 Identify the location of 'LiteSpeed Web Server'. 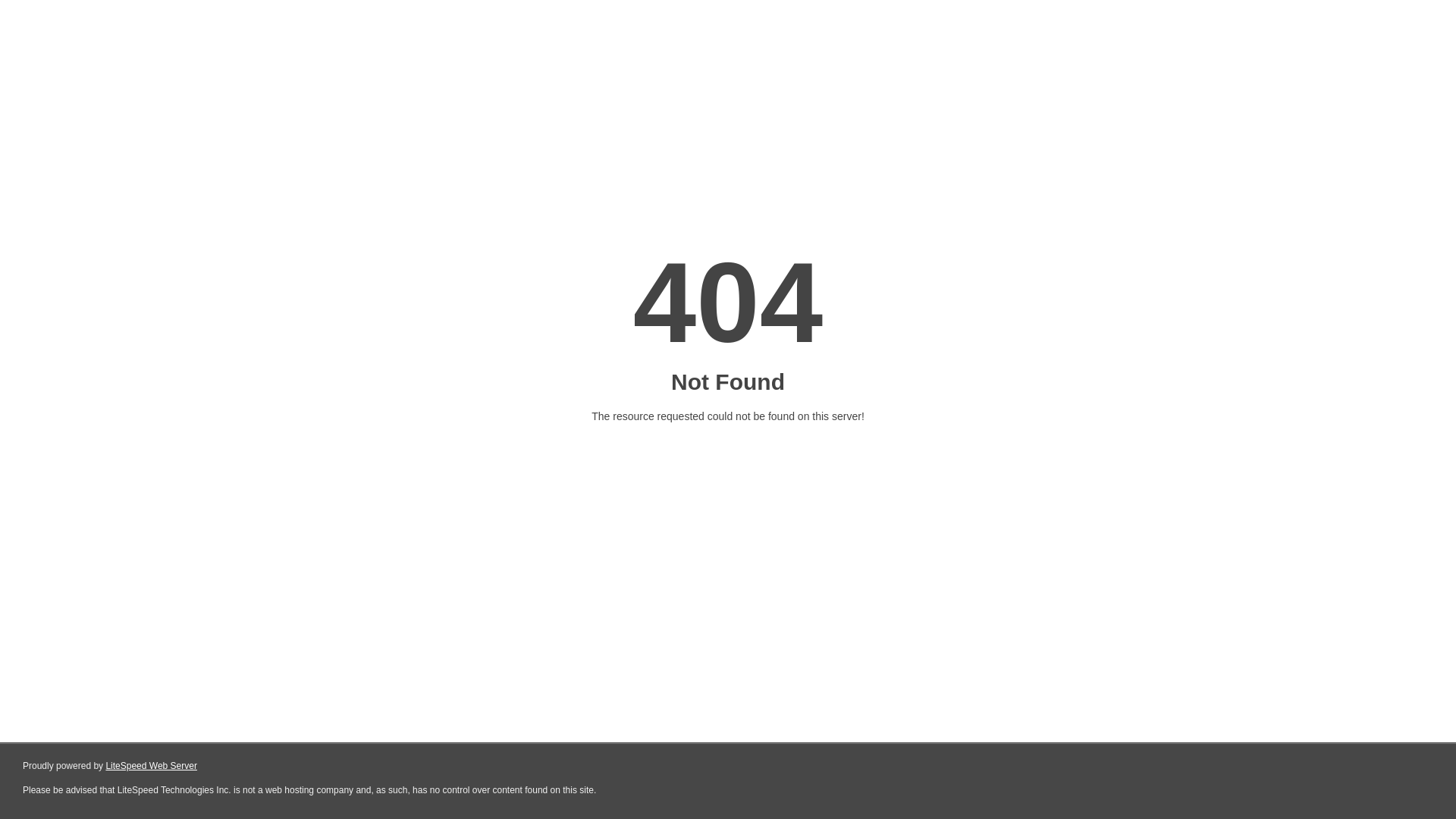
(151, 766).